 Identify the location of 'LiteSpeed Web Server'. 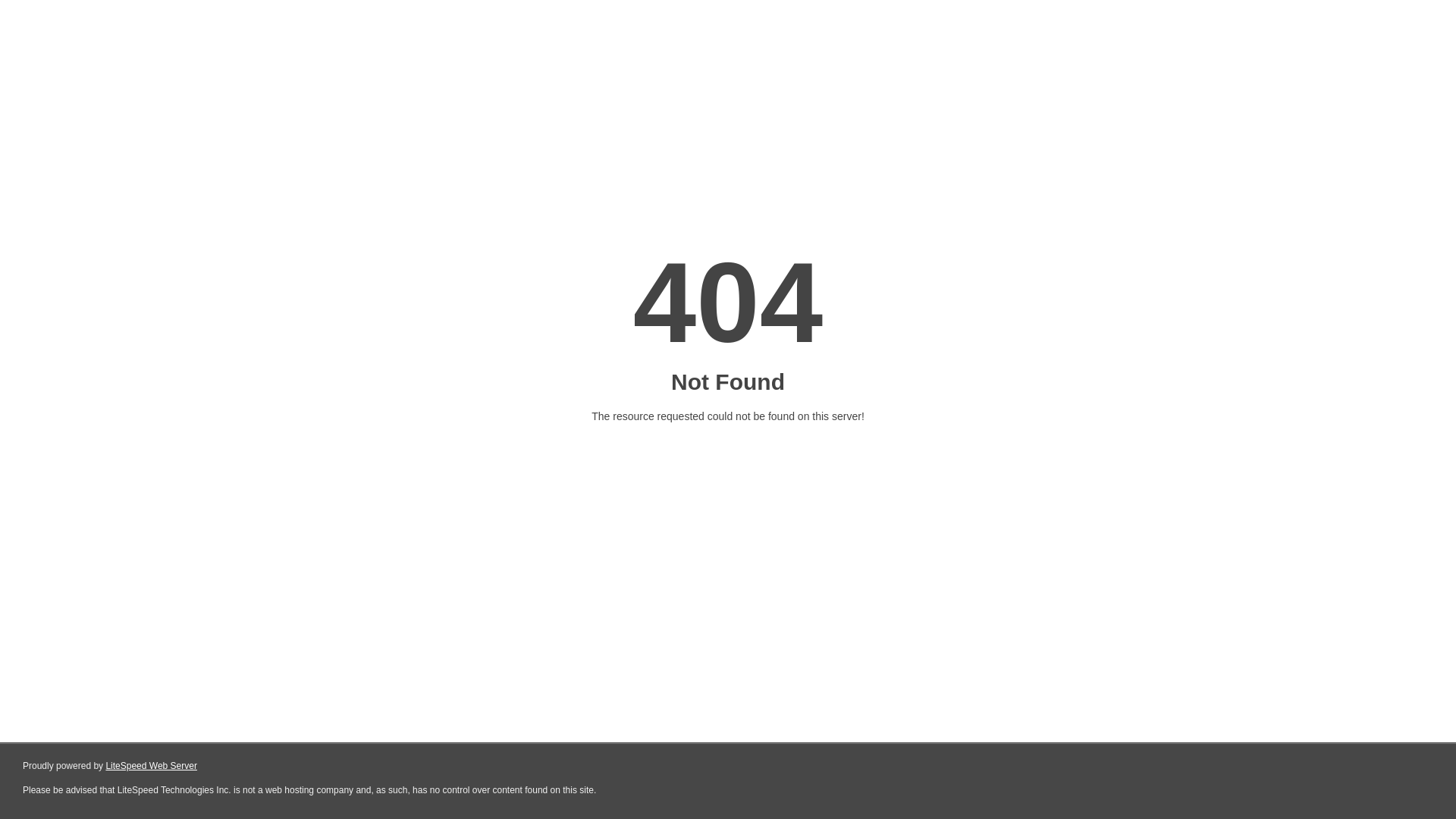
(151, 766).